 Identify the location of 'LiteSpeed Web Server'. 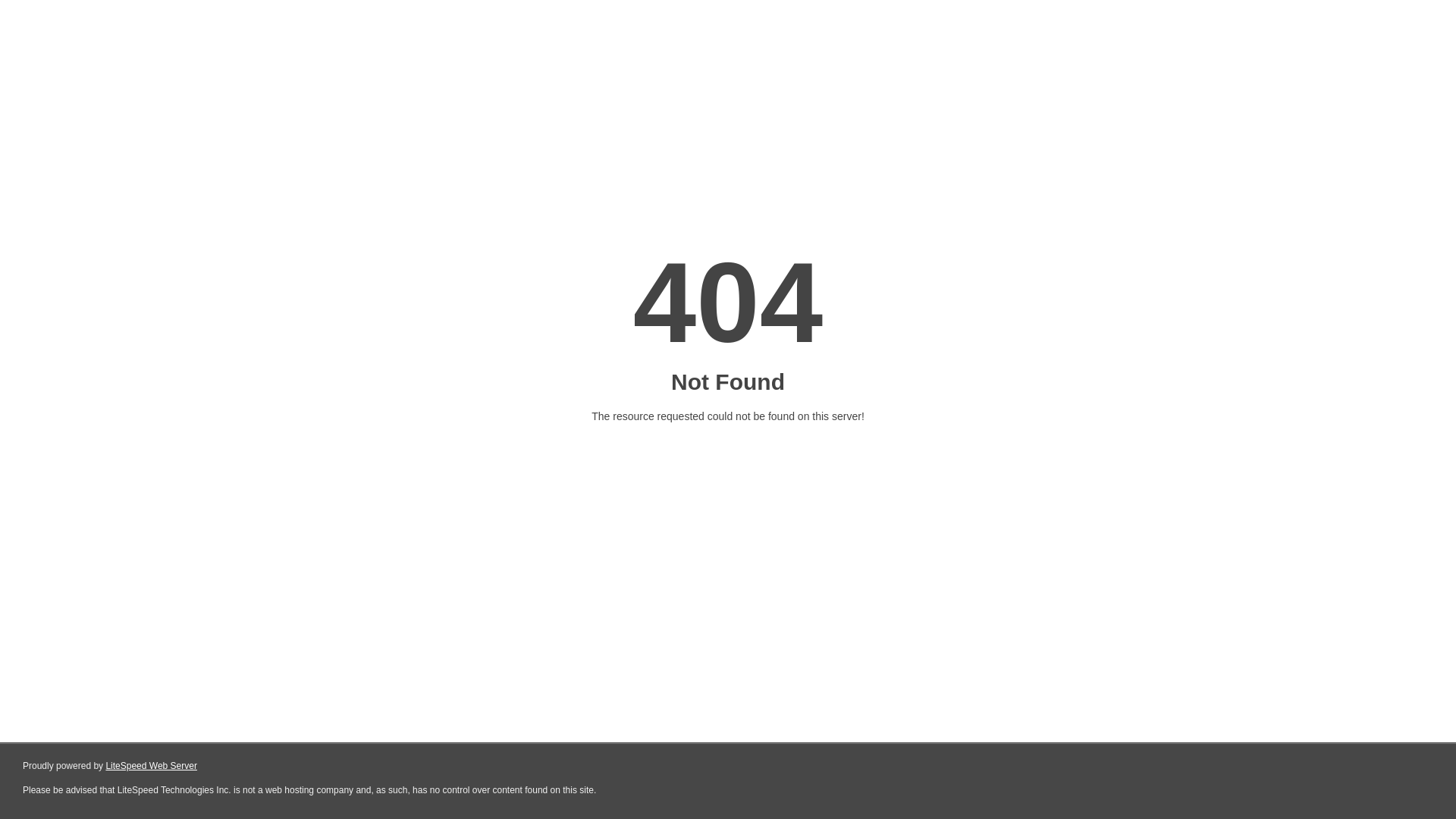
(151, 766).